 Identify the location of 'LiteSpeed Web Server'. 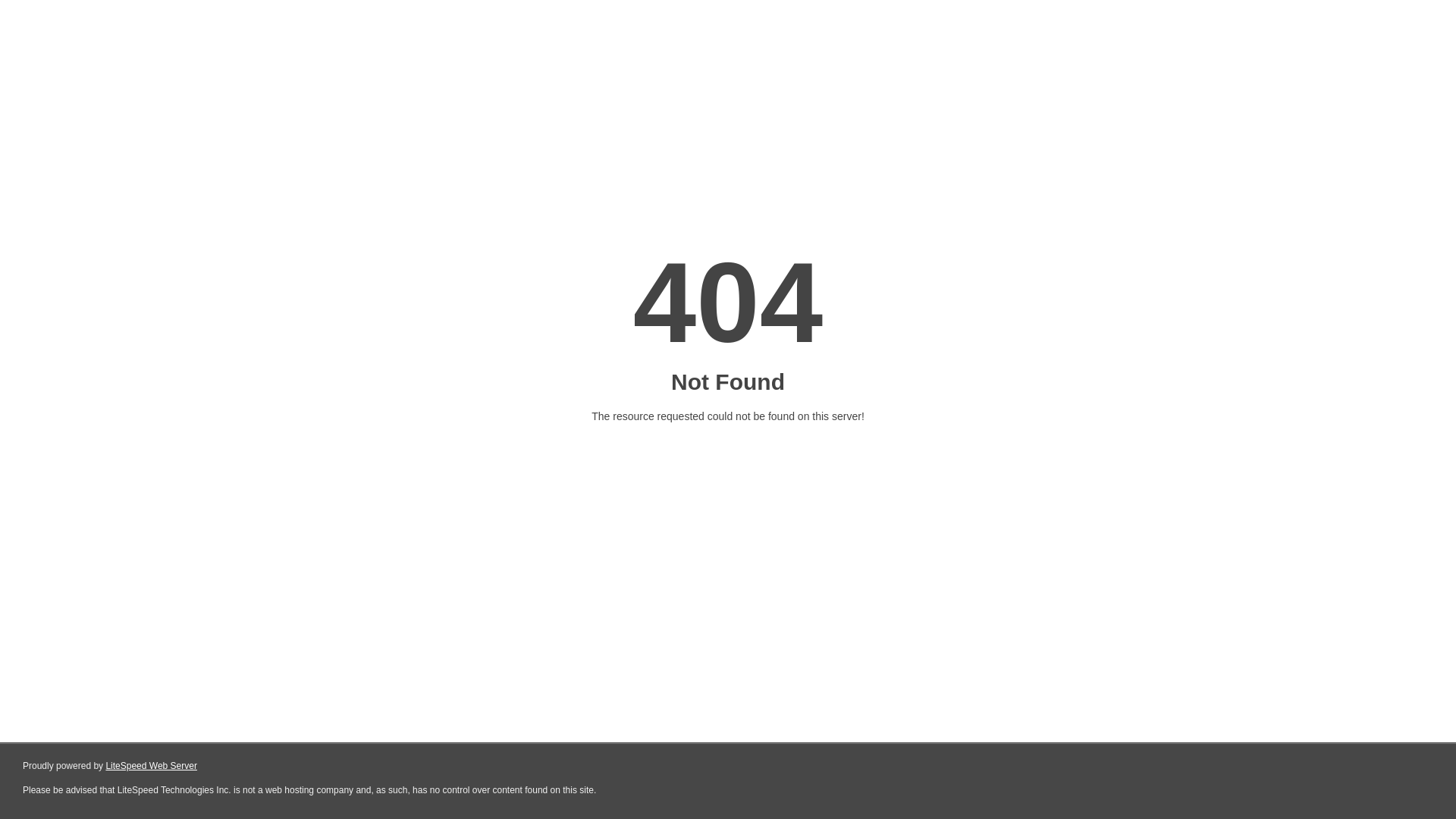
(151, 766).